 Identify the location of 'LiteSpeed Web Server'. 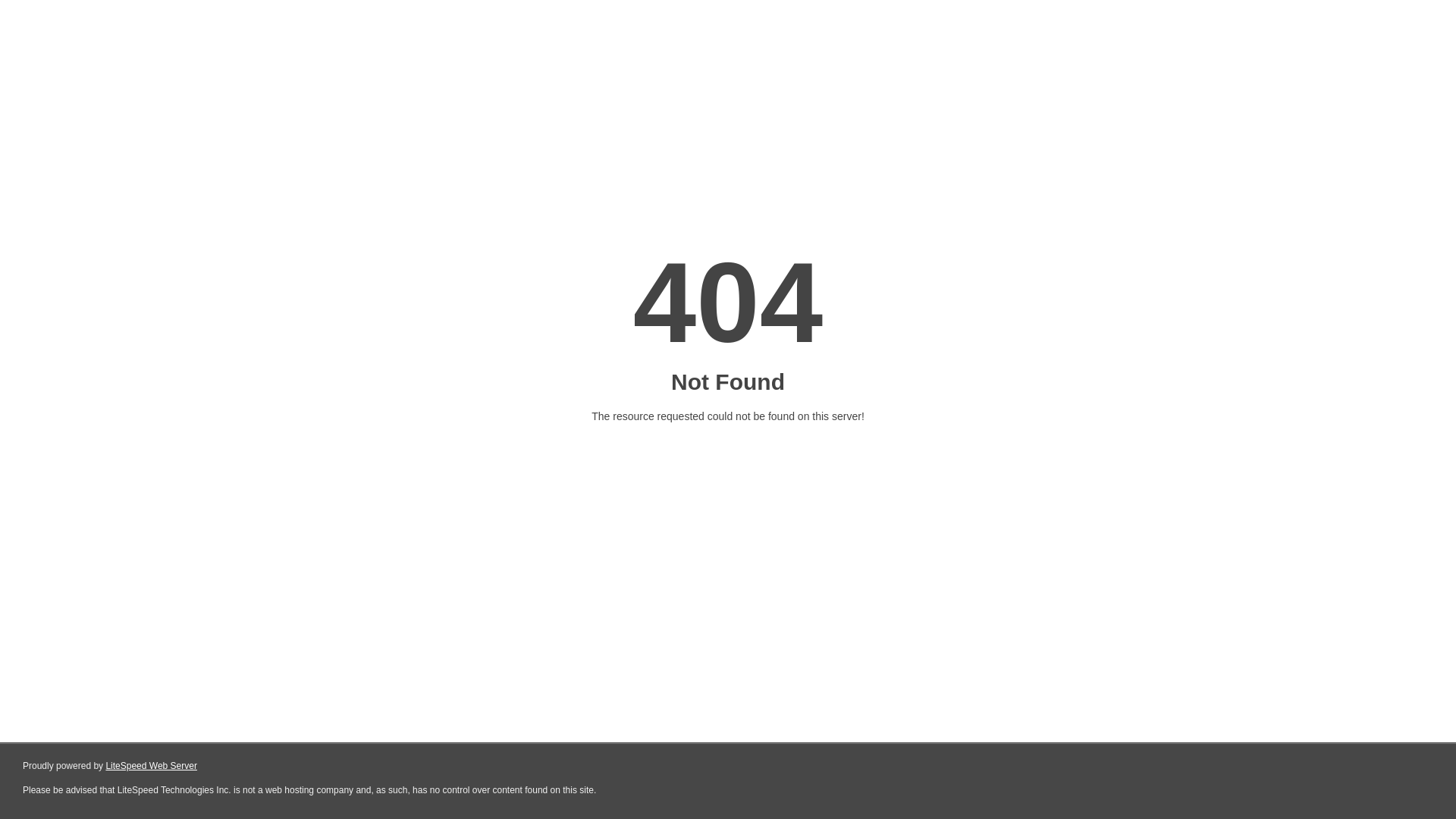
(151, 766).